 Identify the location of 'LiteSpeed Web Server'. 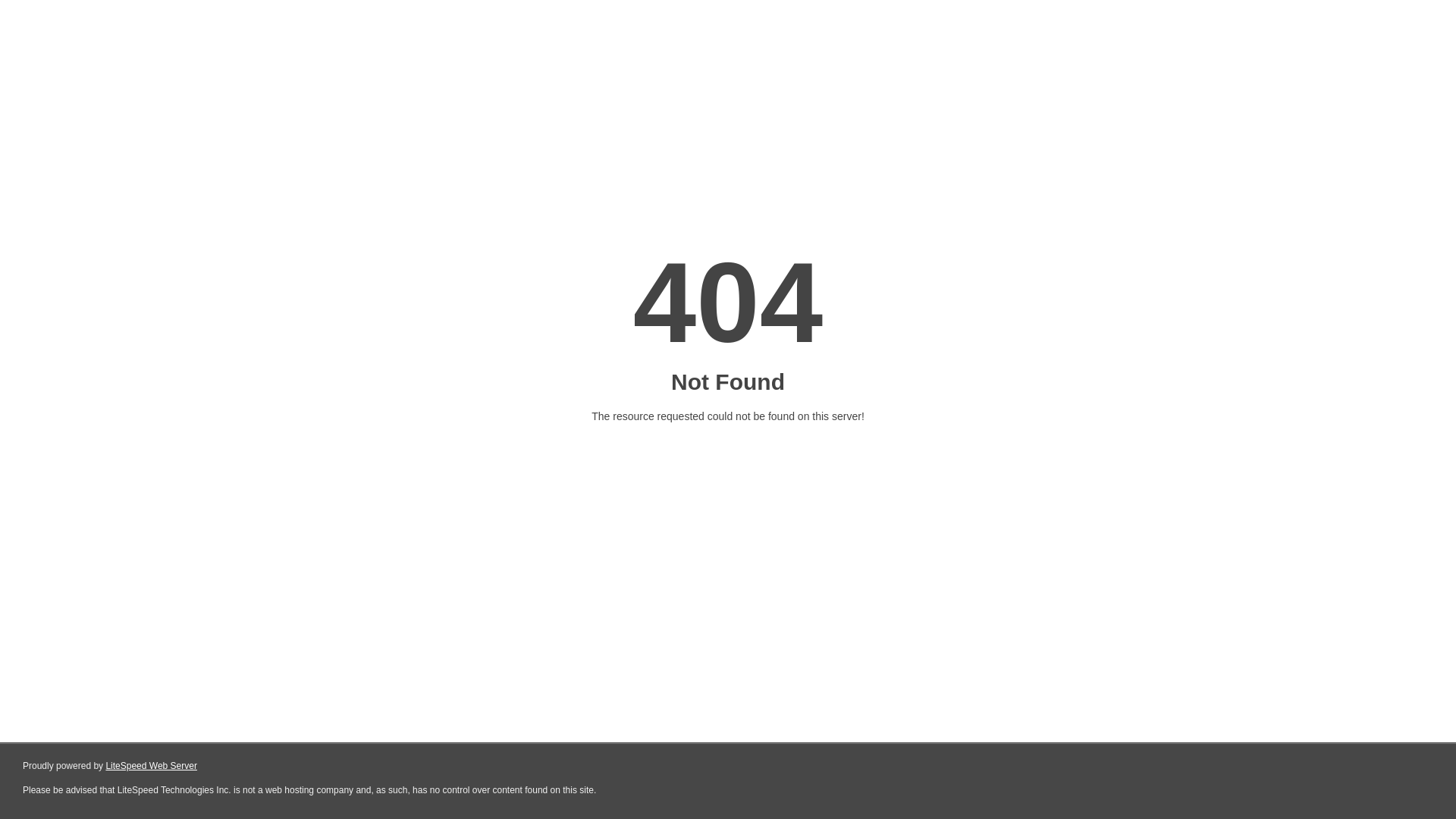
(151, 766).